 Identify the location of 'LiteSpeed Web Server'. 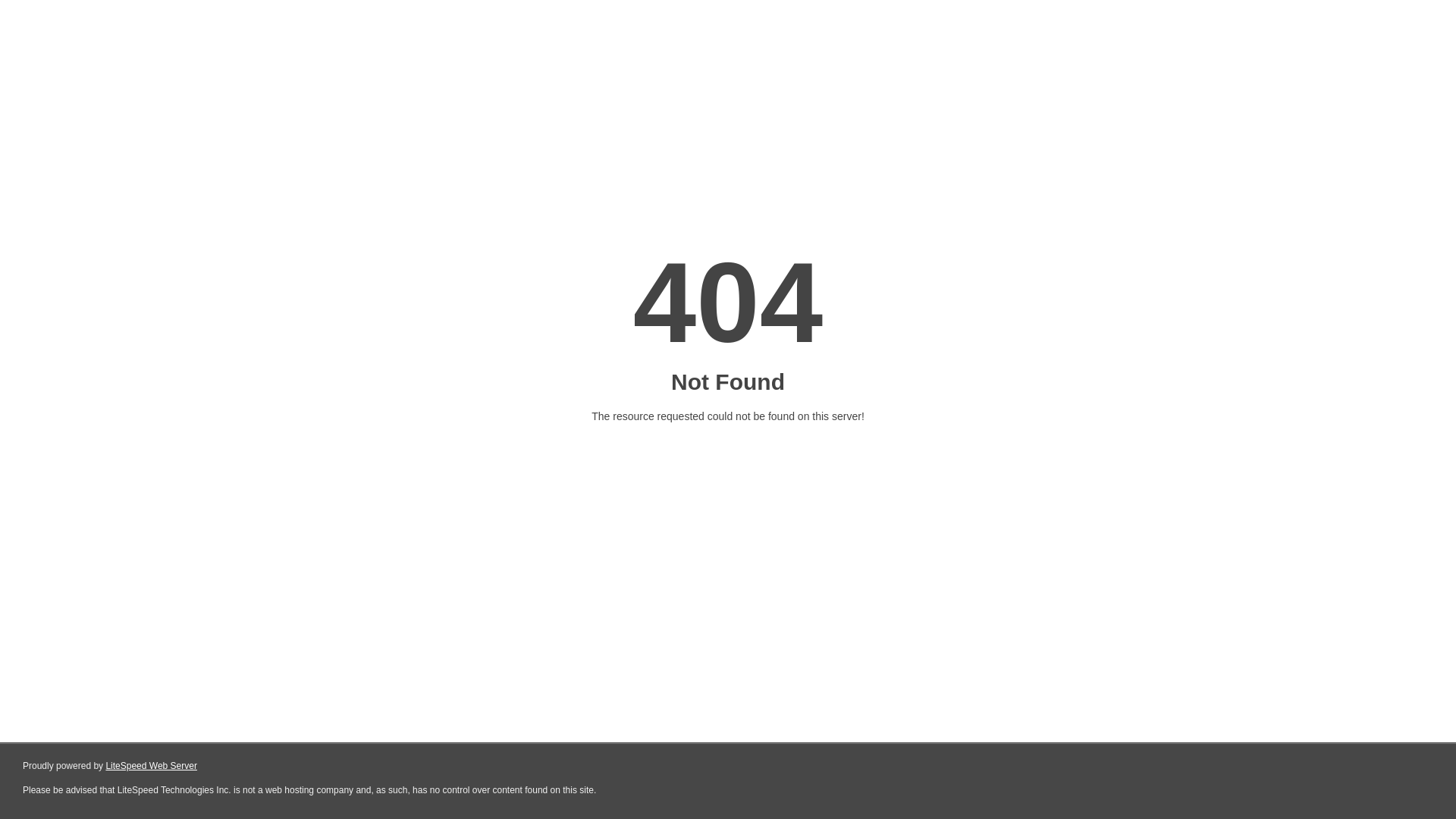
(151, 766).